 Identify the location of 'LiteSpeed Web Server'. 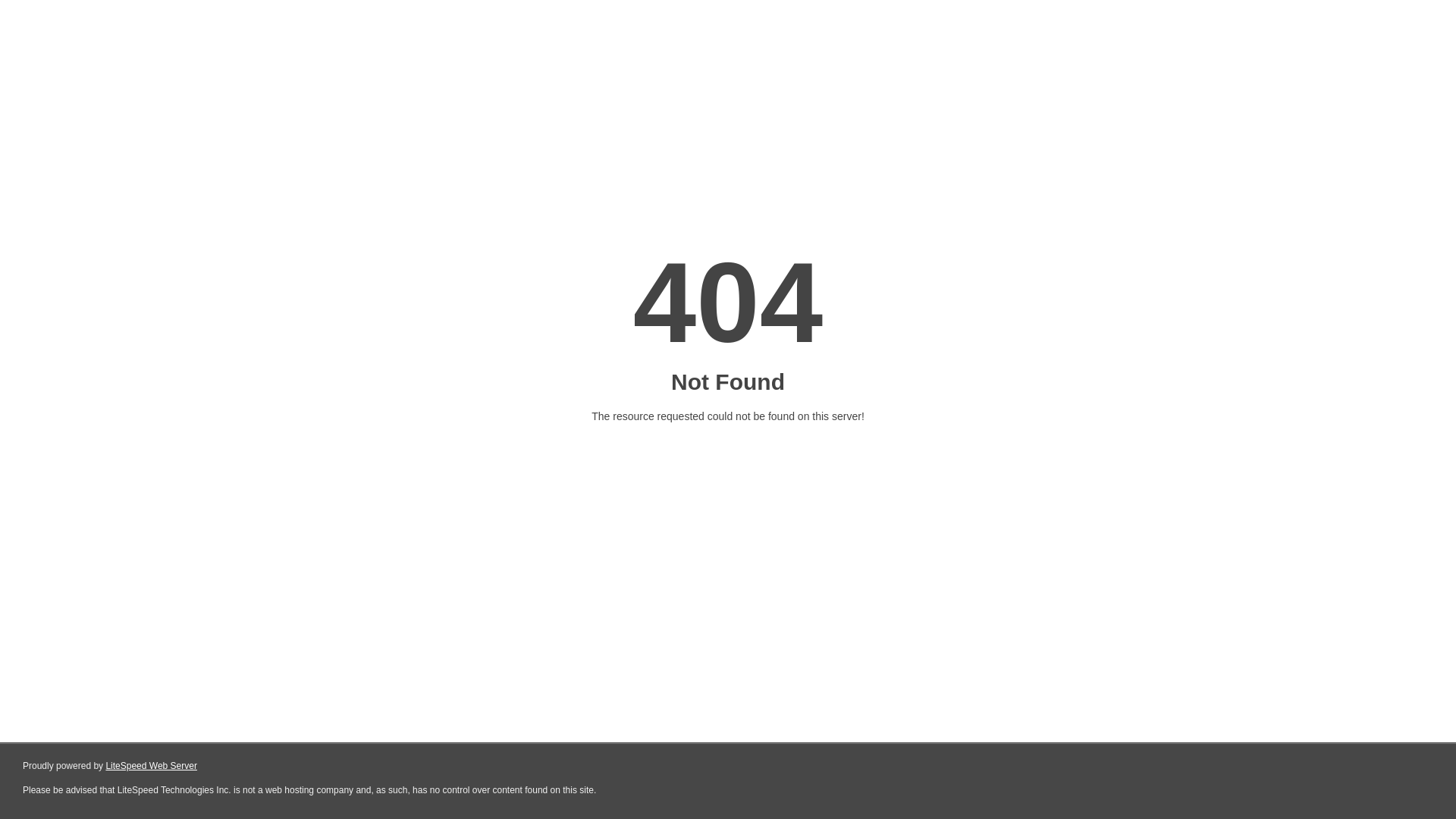
(151, 766).